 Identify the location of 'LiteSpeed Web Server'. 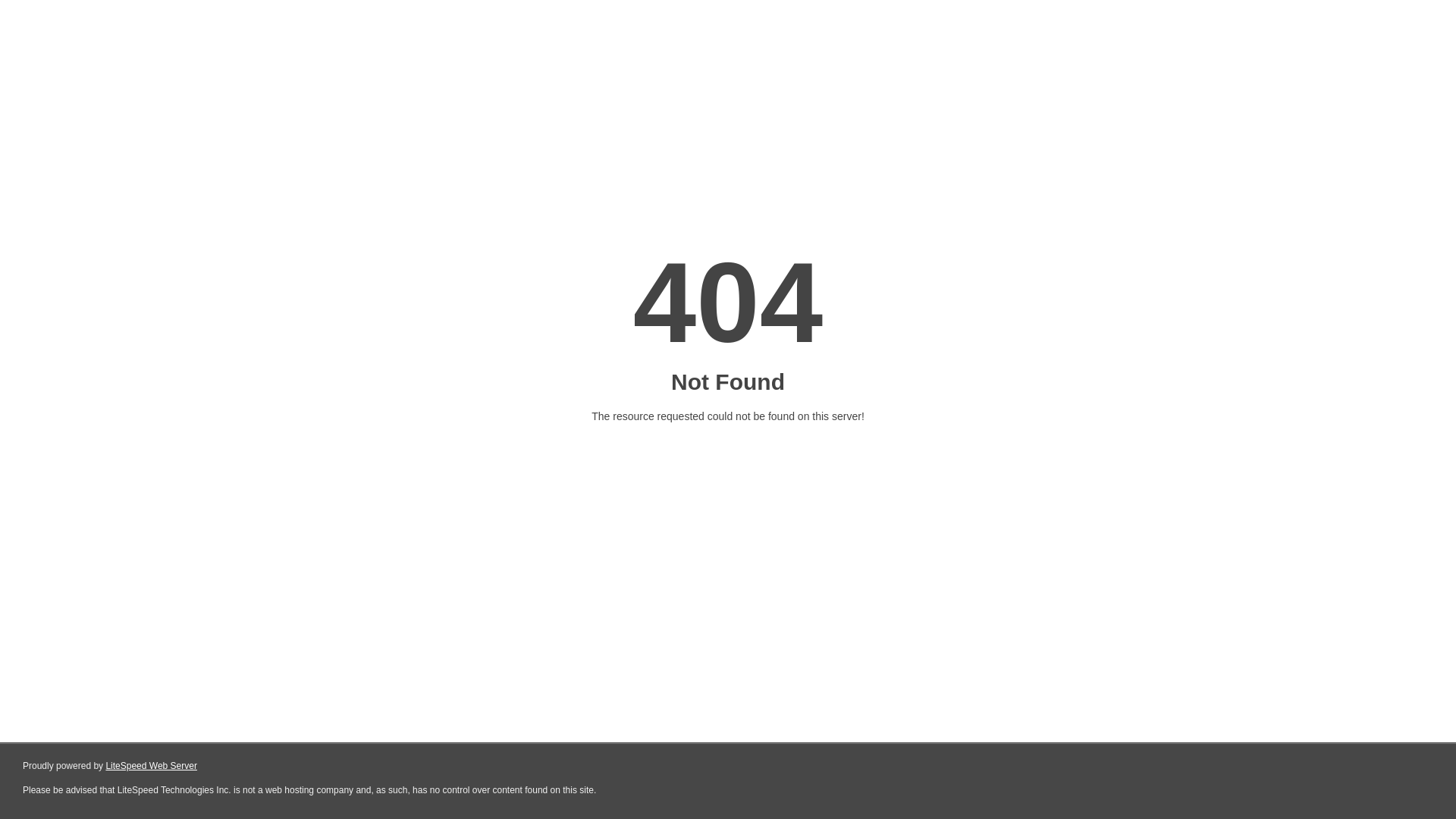
(151, 766).